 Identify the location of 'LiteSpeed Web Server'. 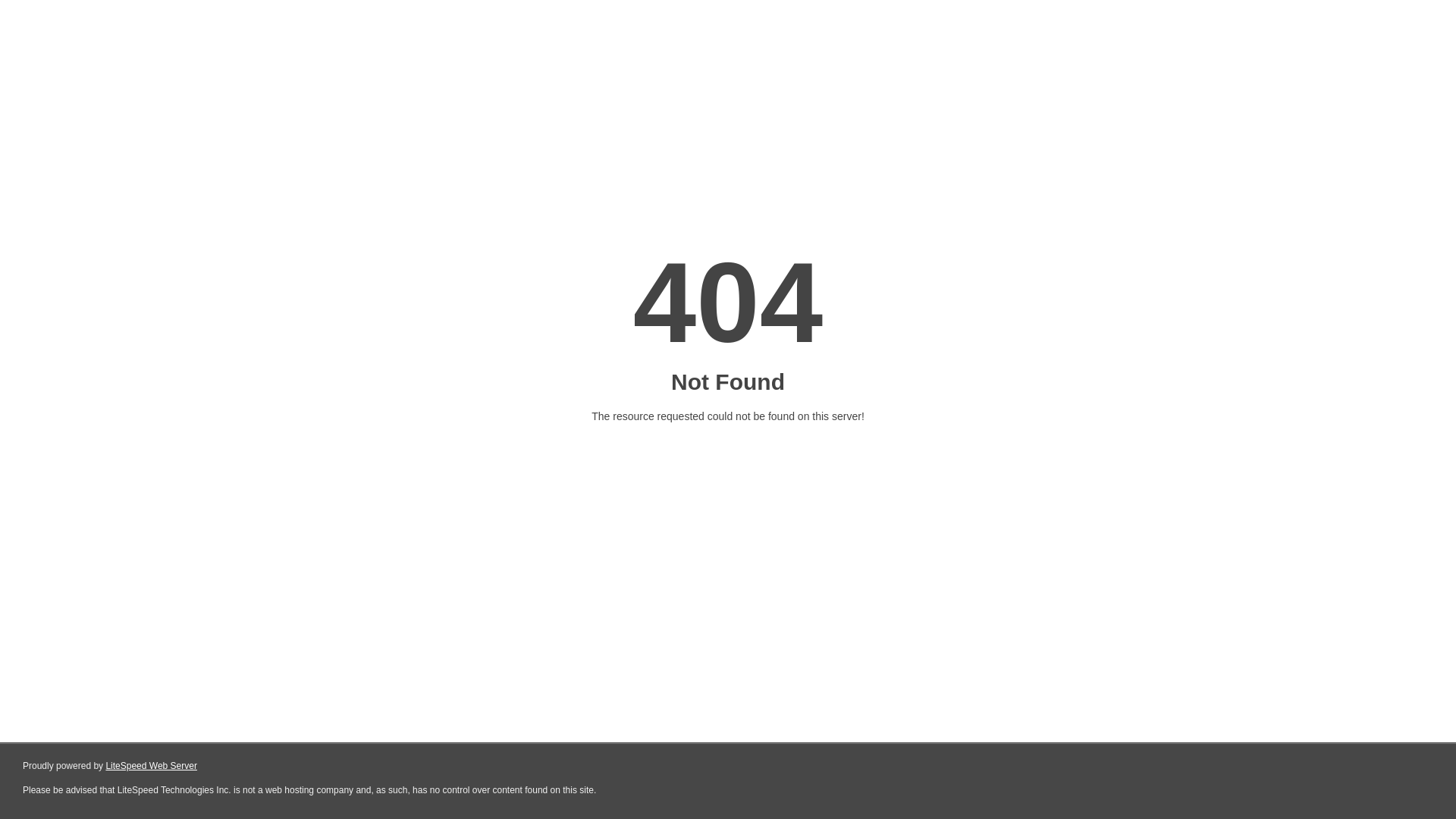
(151, 766).